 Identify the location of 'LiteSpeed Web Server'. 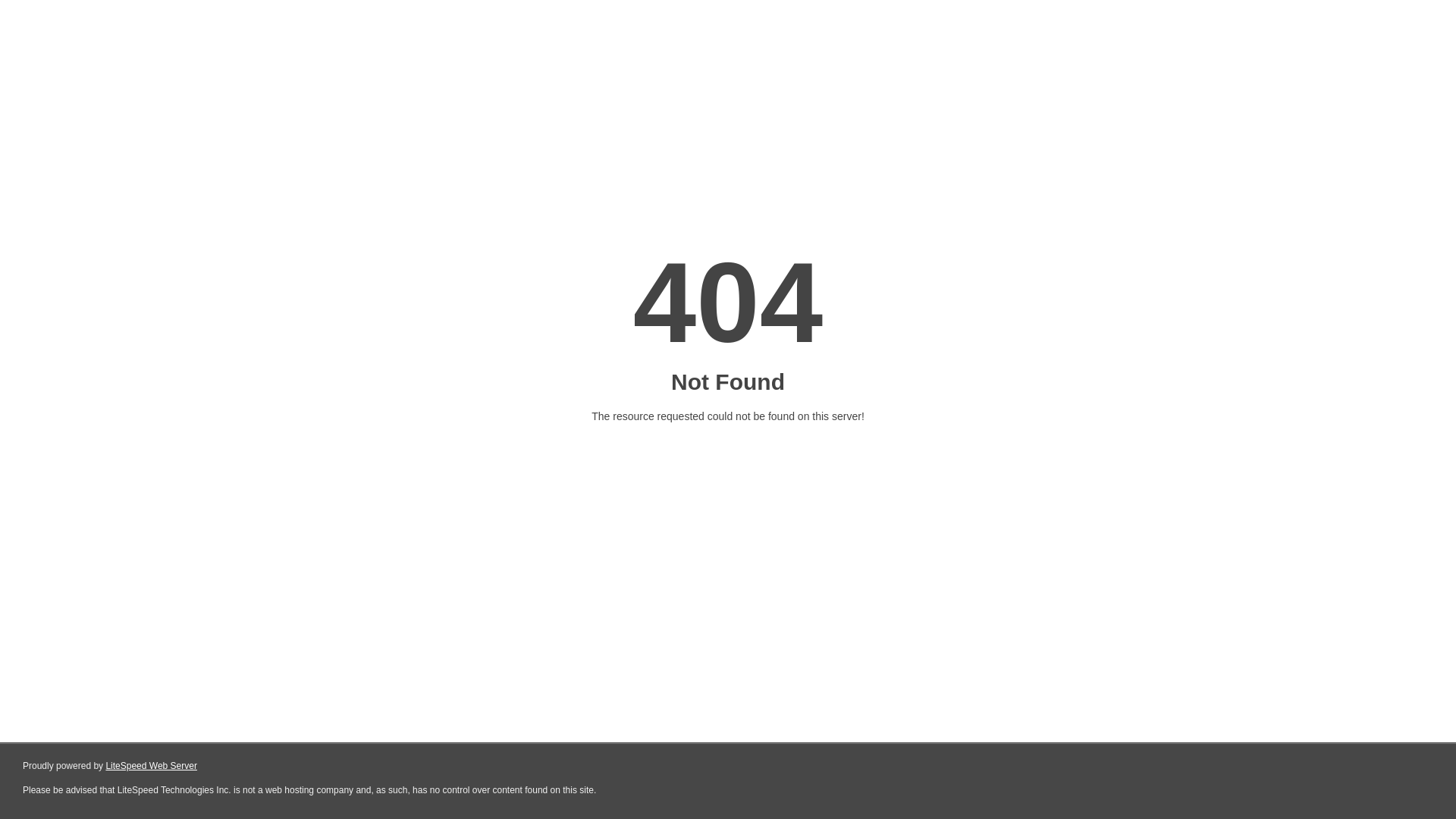
(151, 766).